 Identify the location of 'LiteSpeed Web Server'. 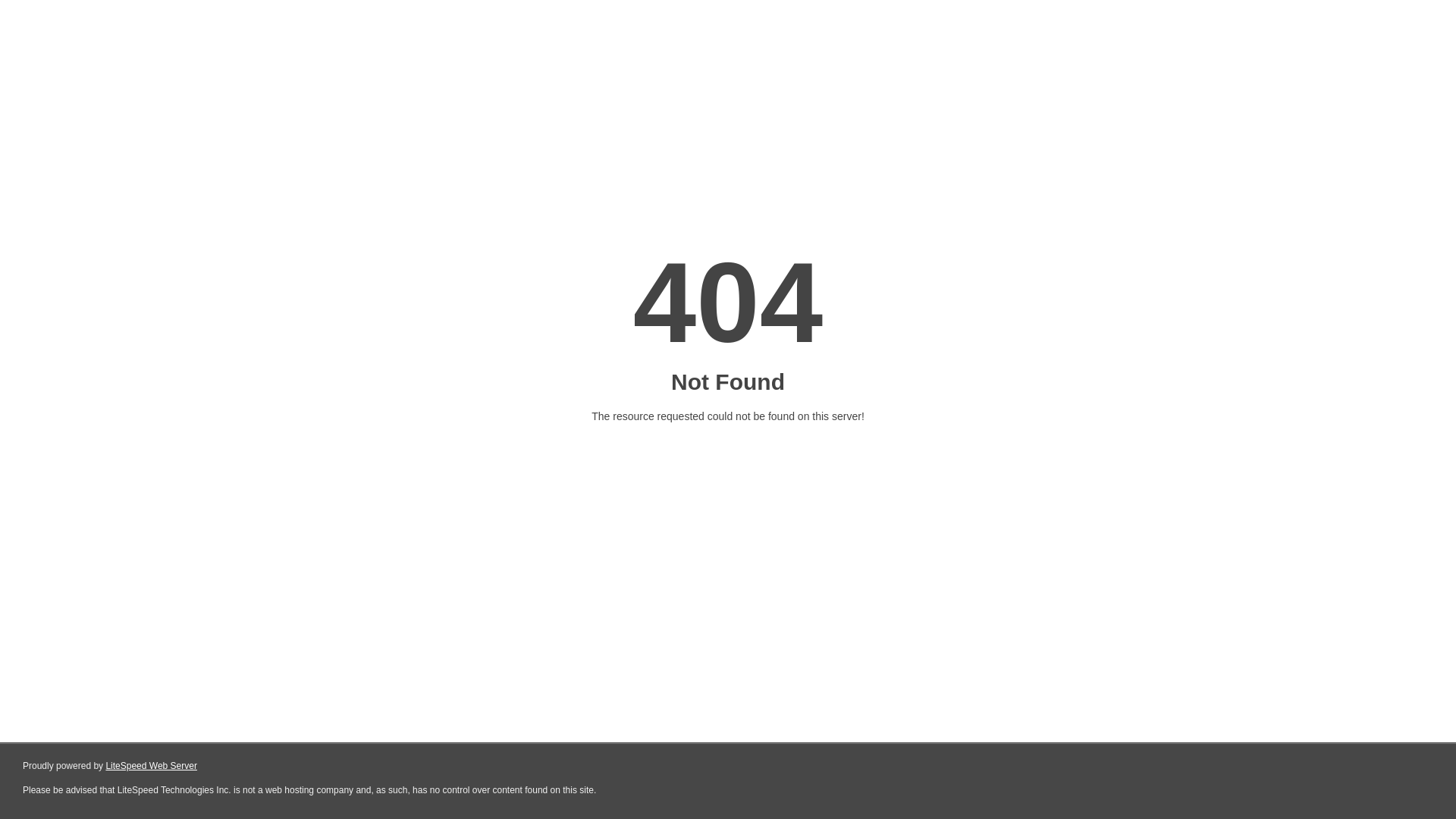
(151, 766).